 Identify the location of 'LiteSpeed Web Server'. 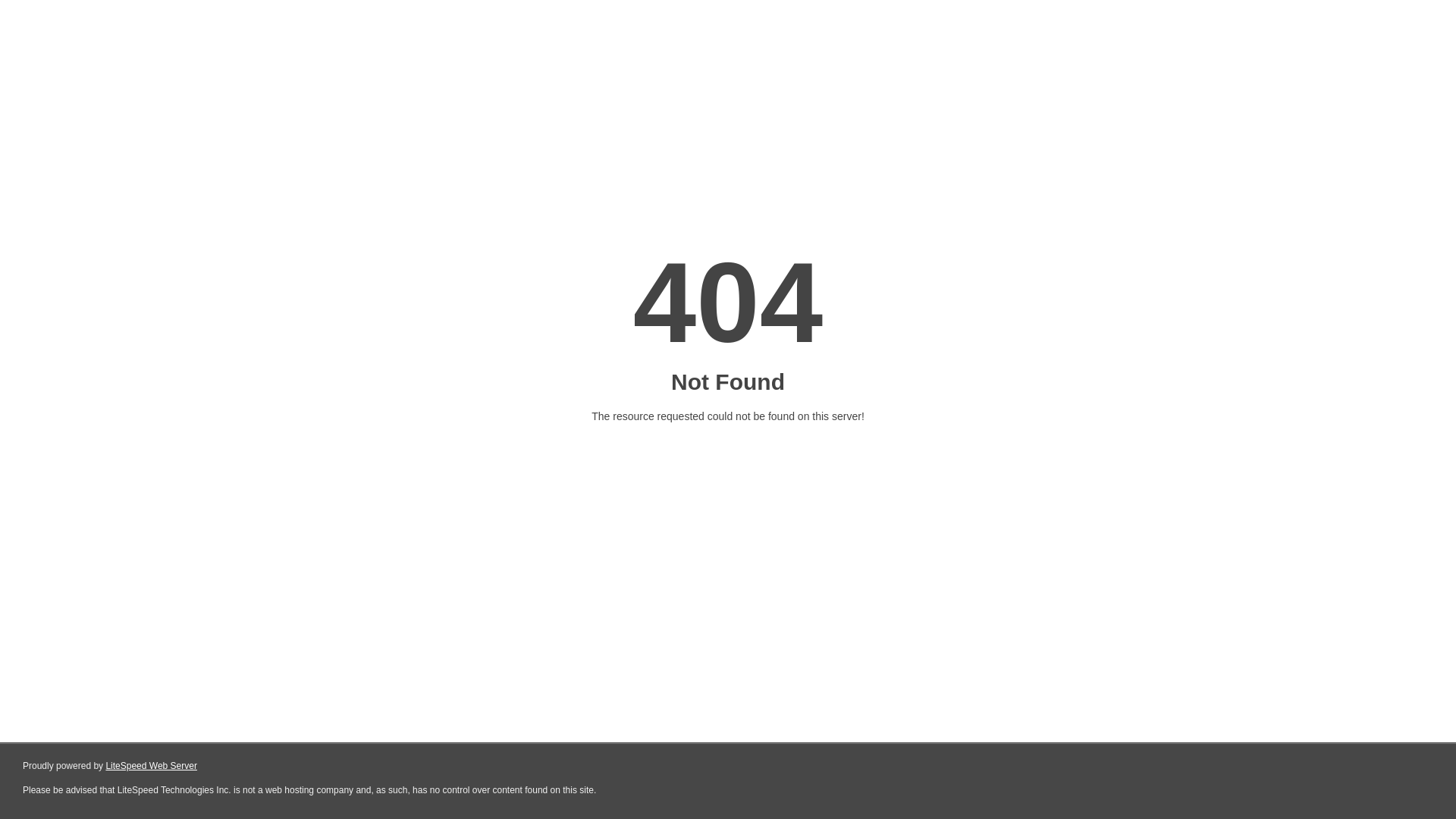
(151, 766).